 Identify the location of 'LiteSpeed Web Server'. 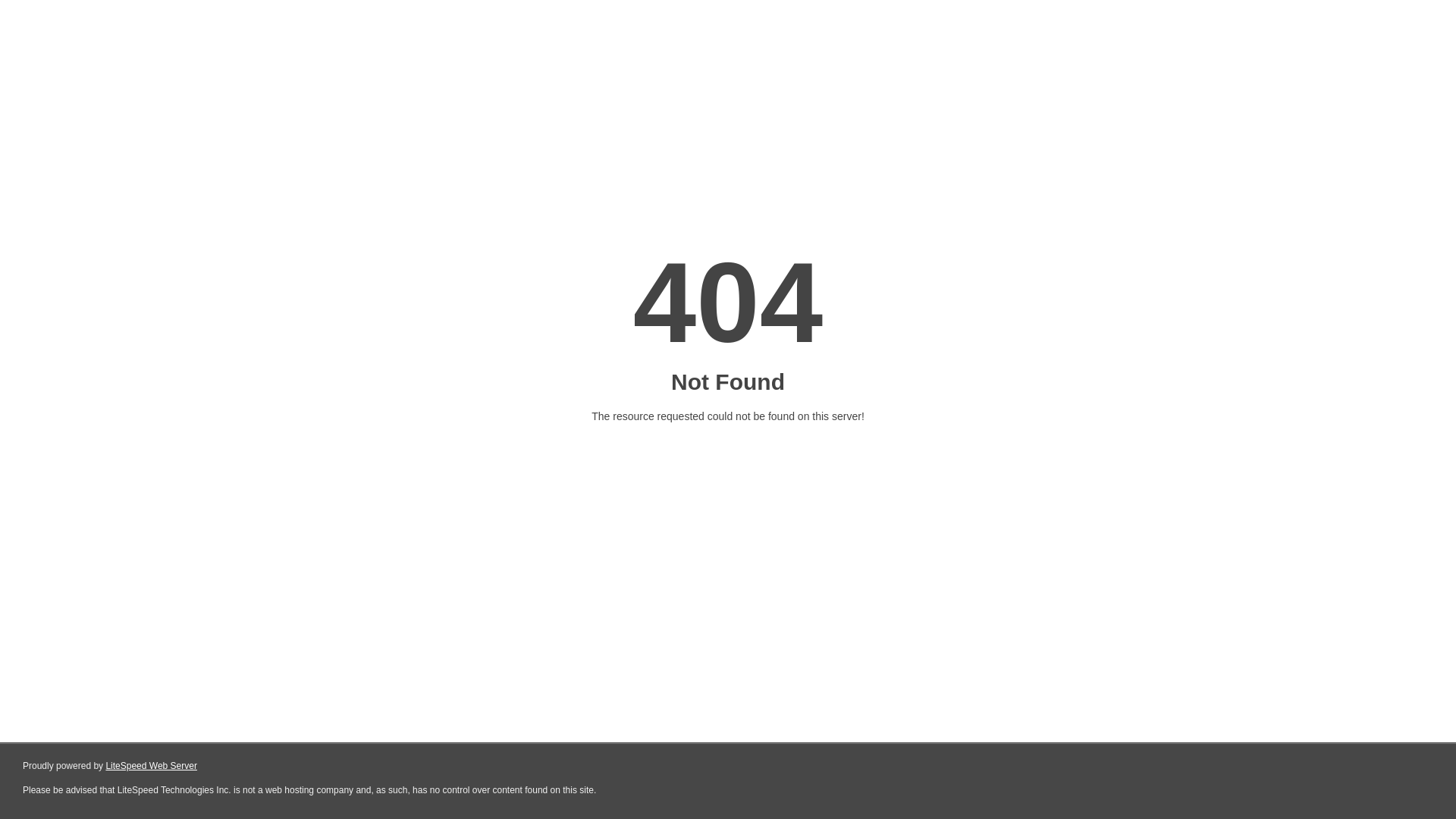
(151, 766).